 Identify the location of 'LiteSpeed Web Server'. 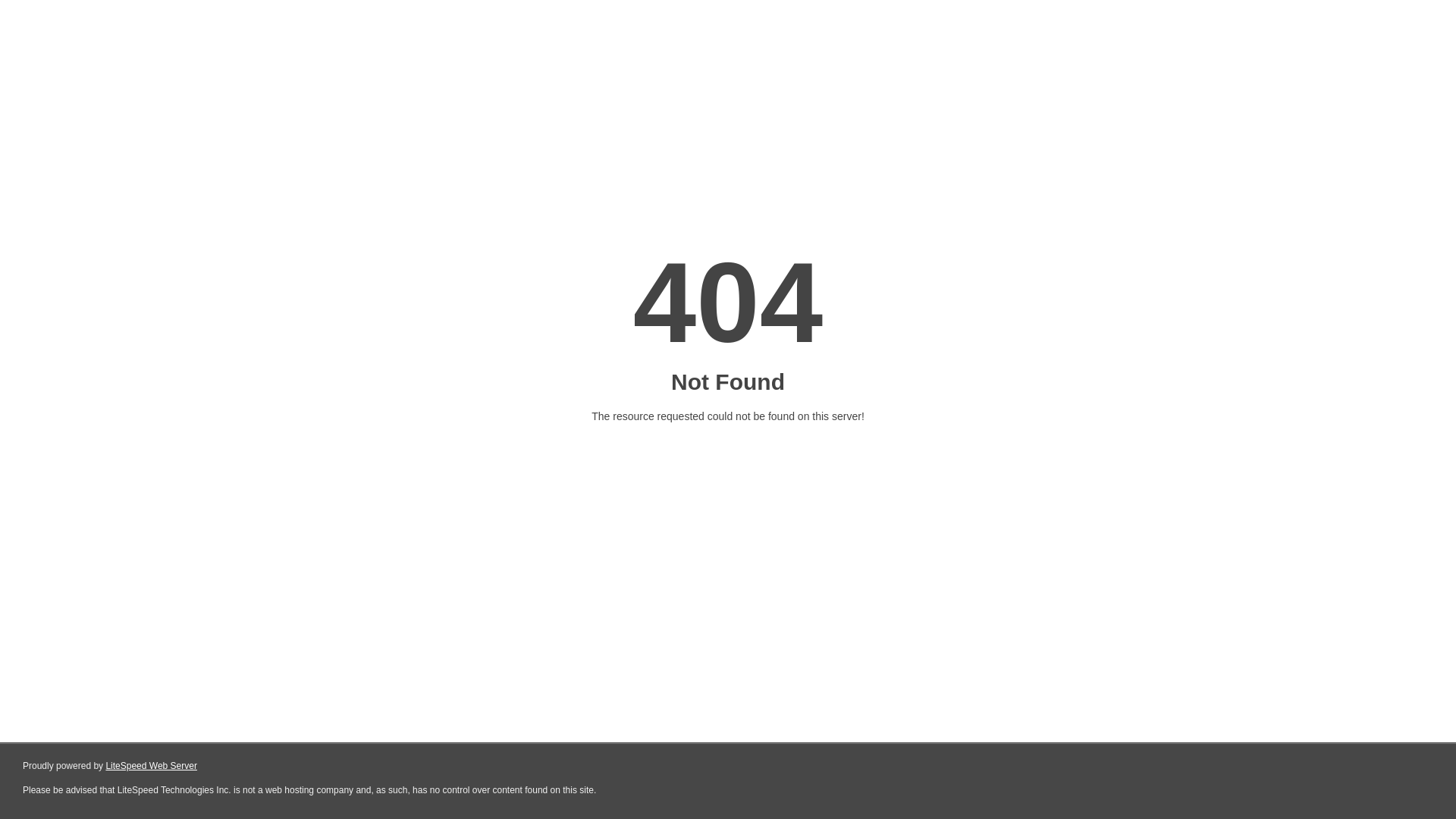
(151, 766).